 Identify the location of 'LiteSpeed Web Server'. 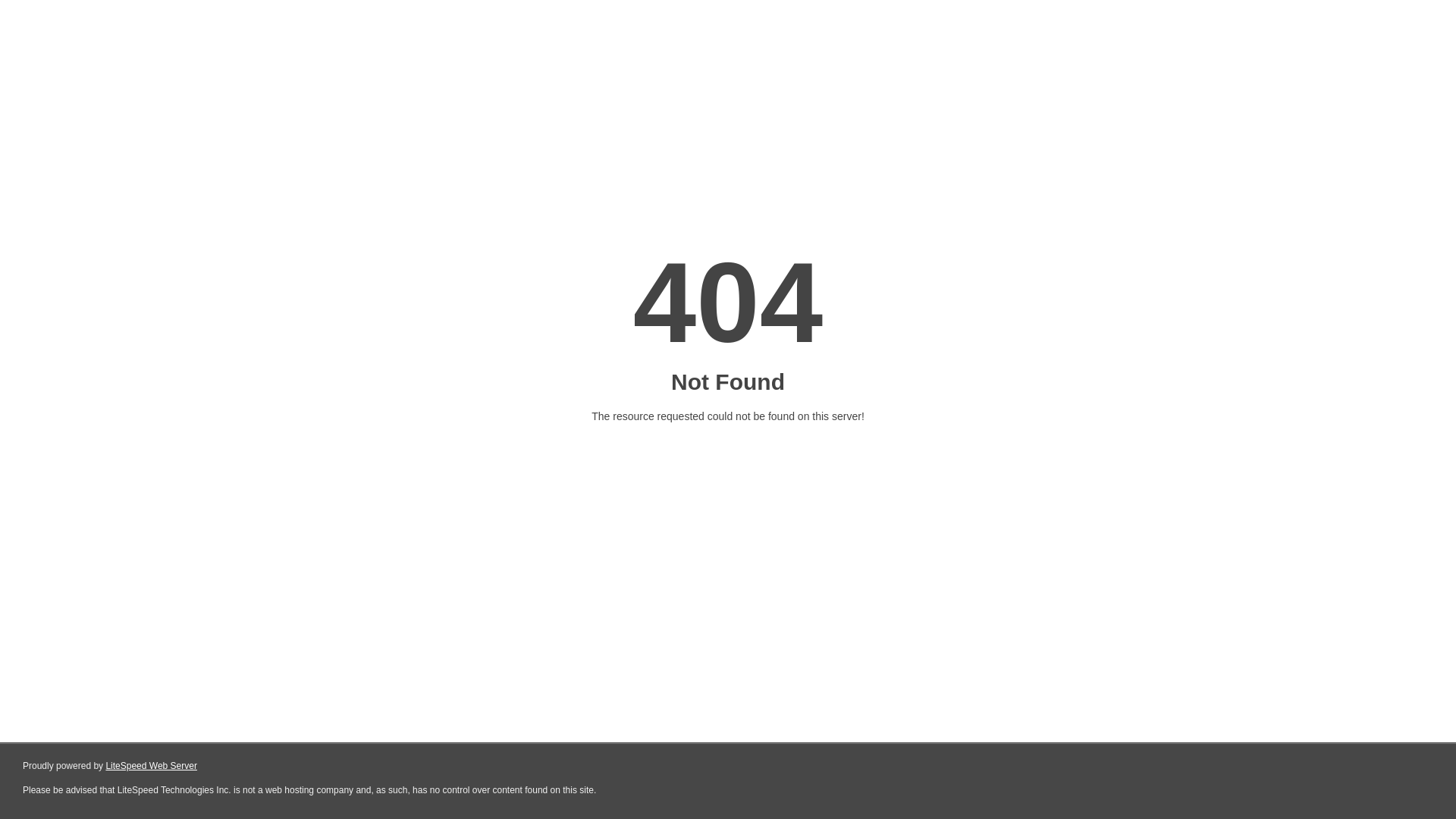
(151, 766).